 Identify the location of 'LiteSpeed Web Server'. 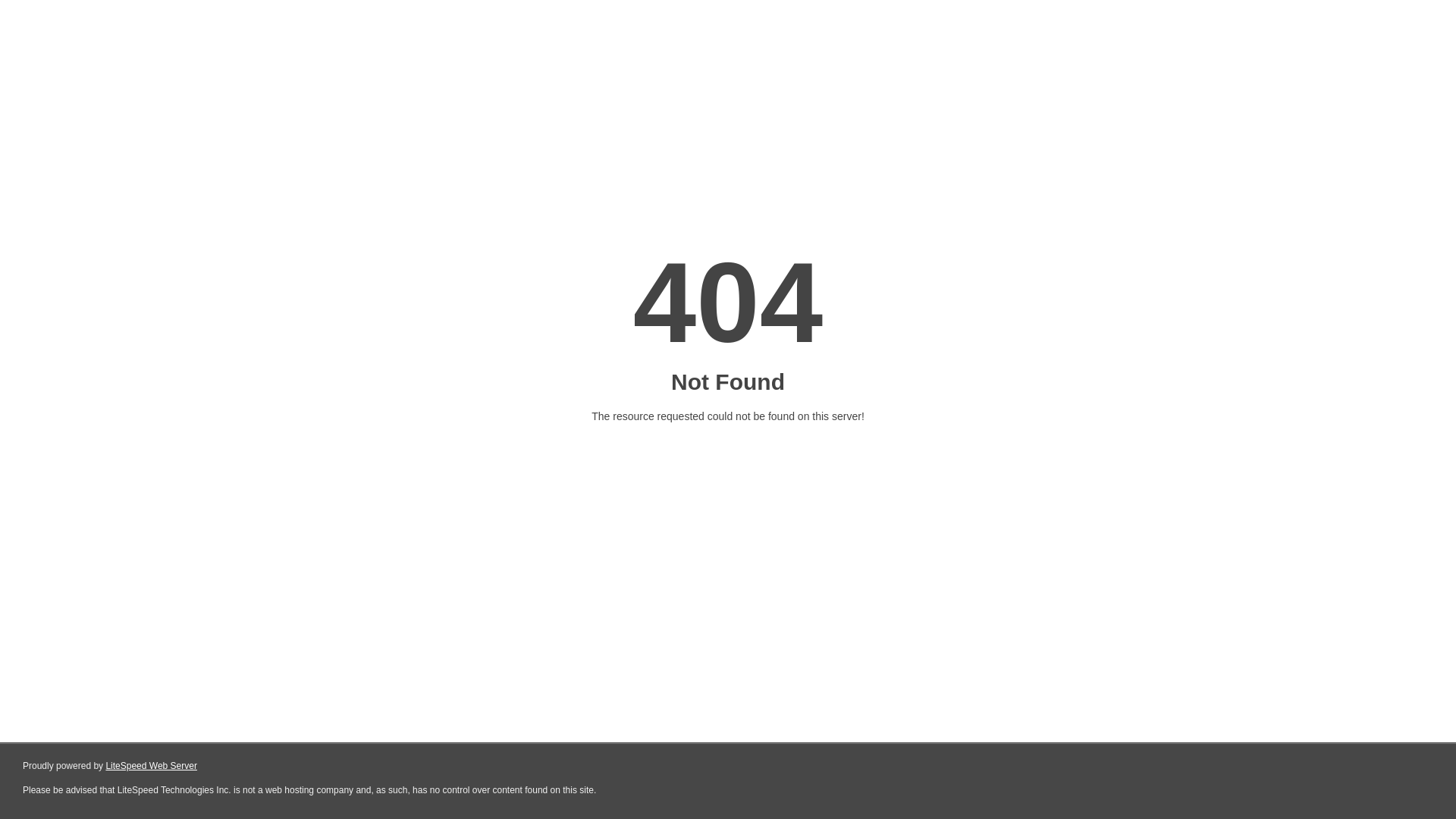
(151, 766).